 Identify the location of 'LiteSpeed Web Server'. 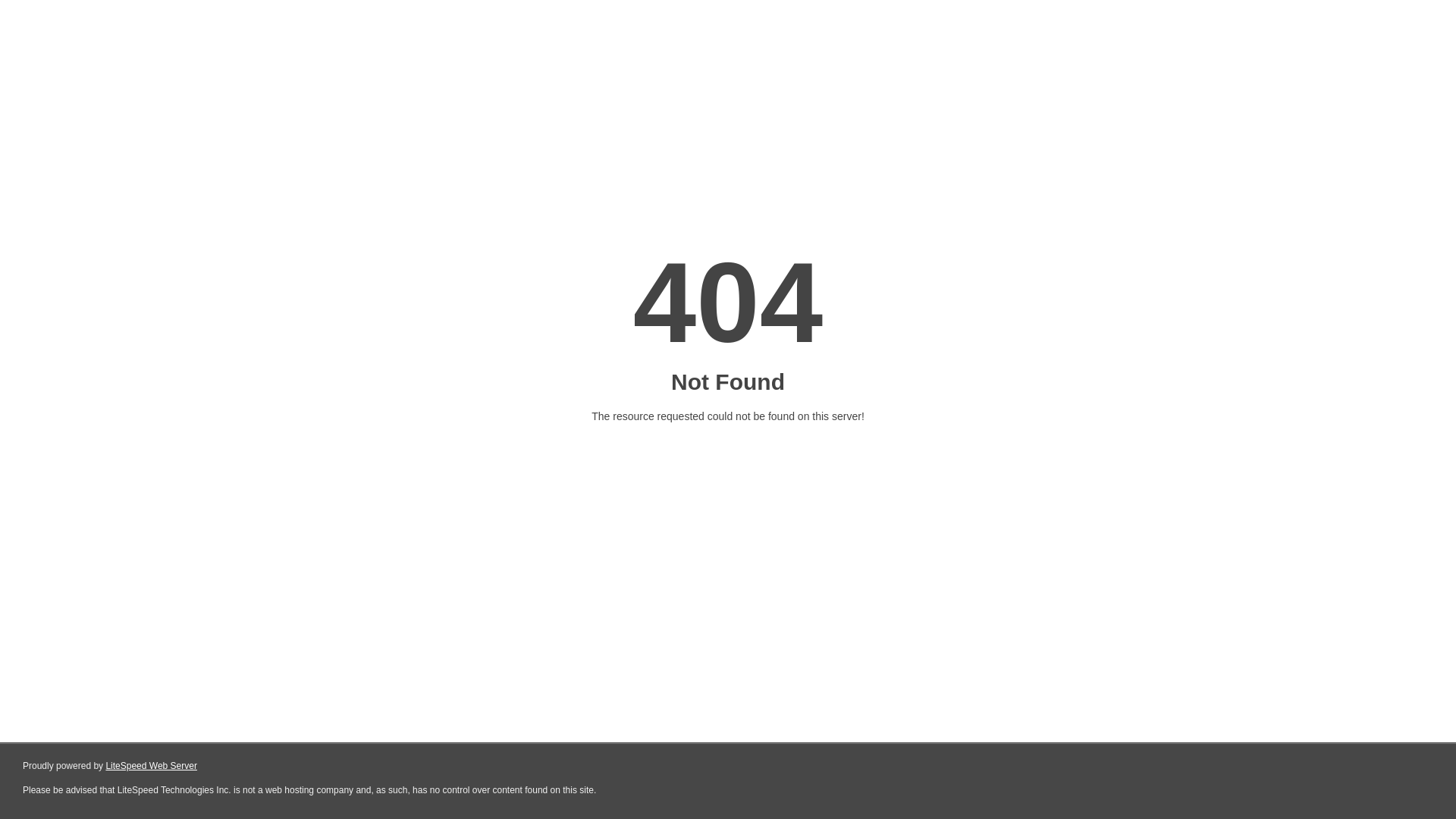
(151, 766).